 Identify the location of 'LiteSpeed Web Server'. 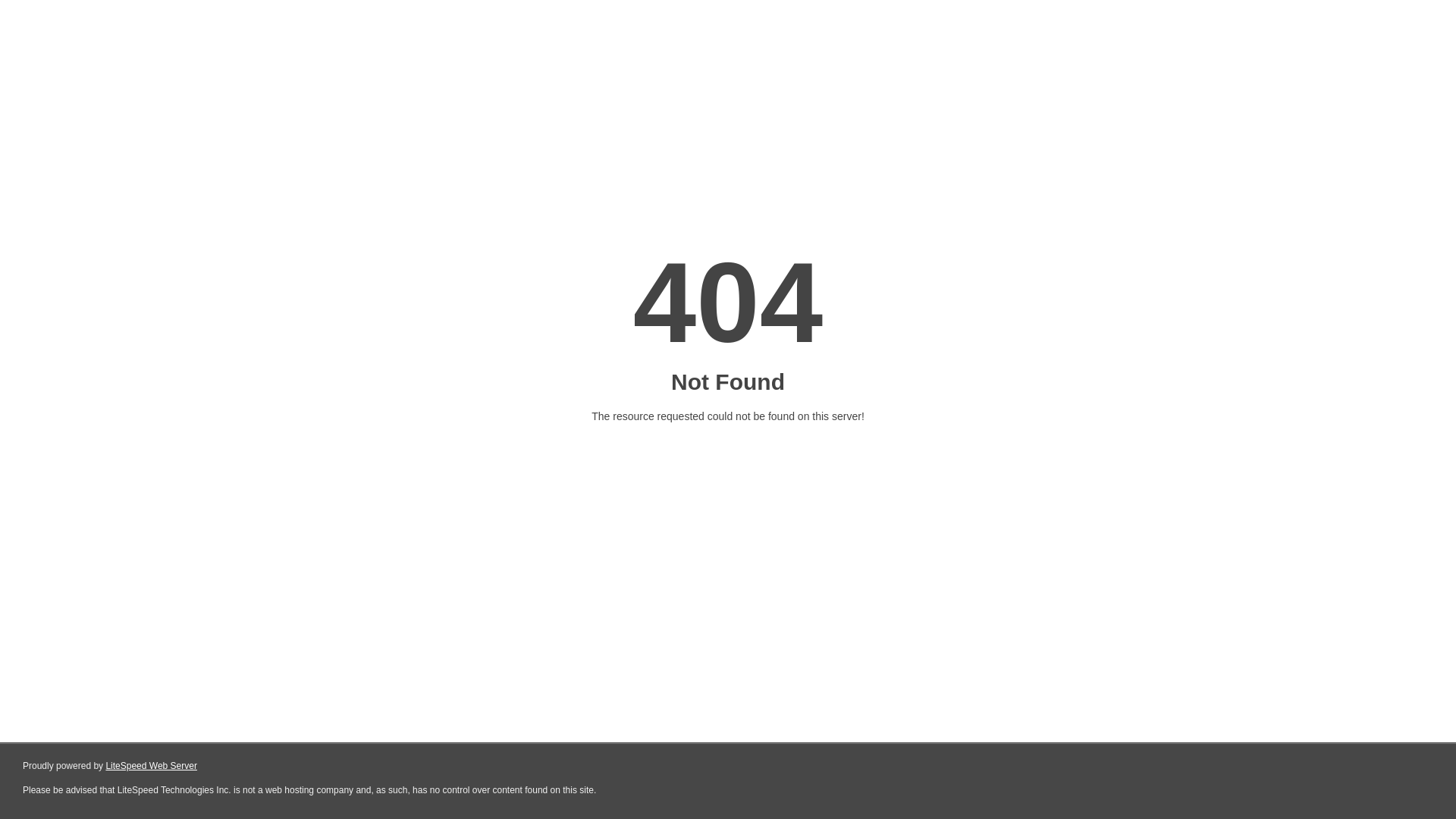
(151, 766).